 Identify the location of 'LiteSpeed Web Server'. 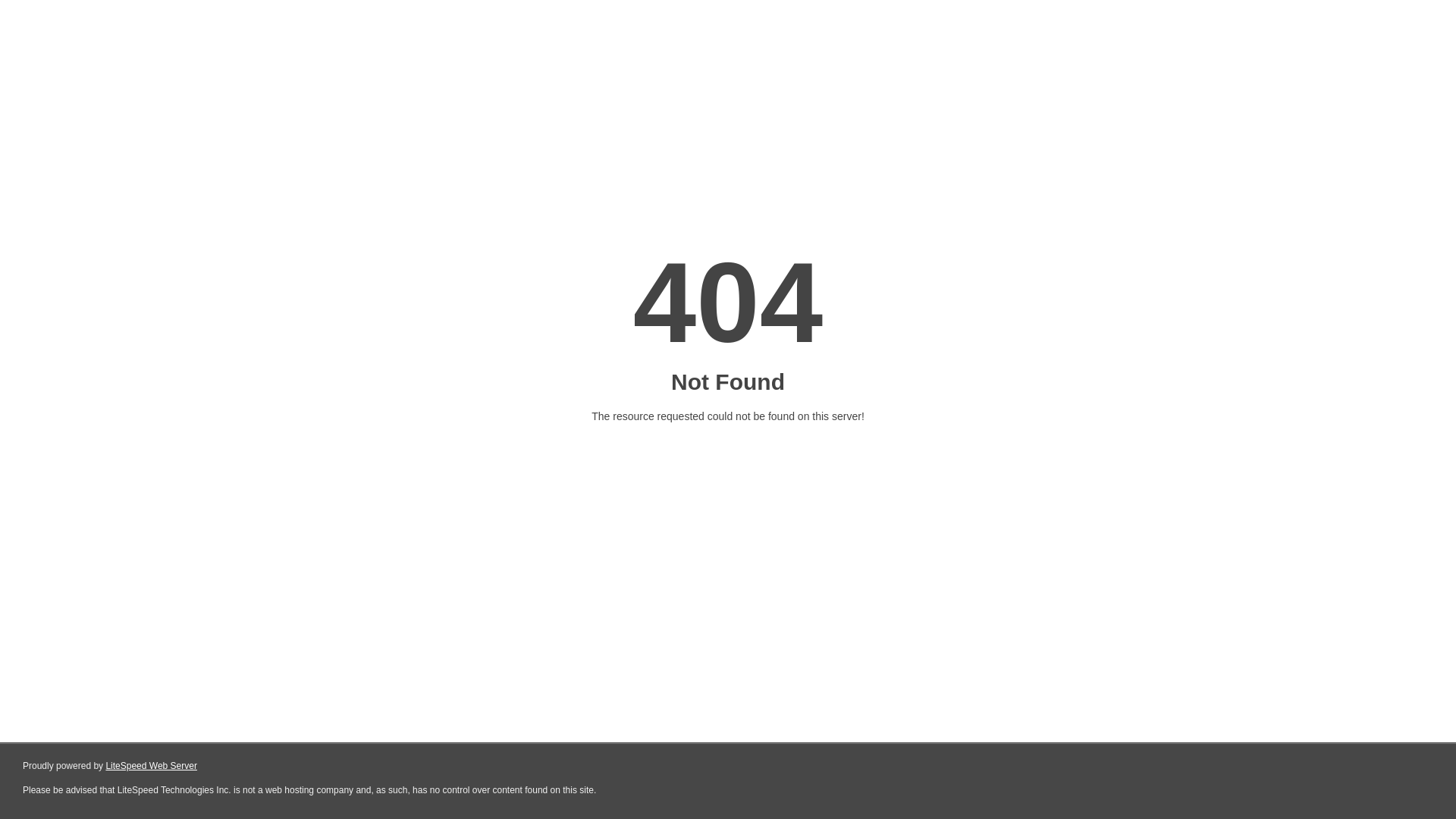
(151, 766).